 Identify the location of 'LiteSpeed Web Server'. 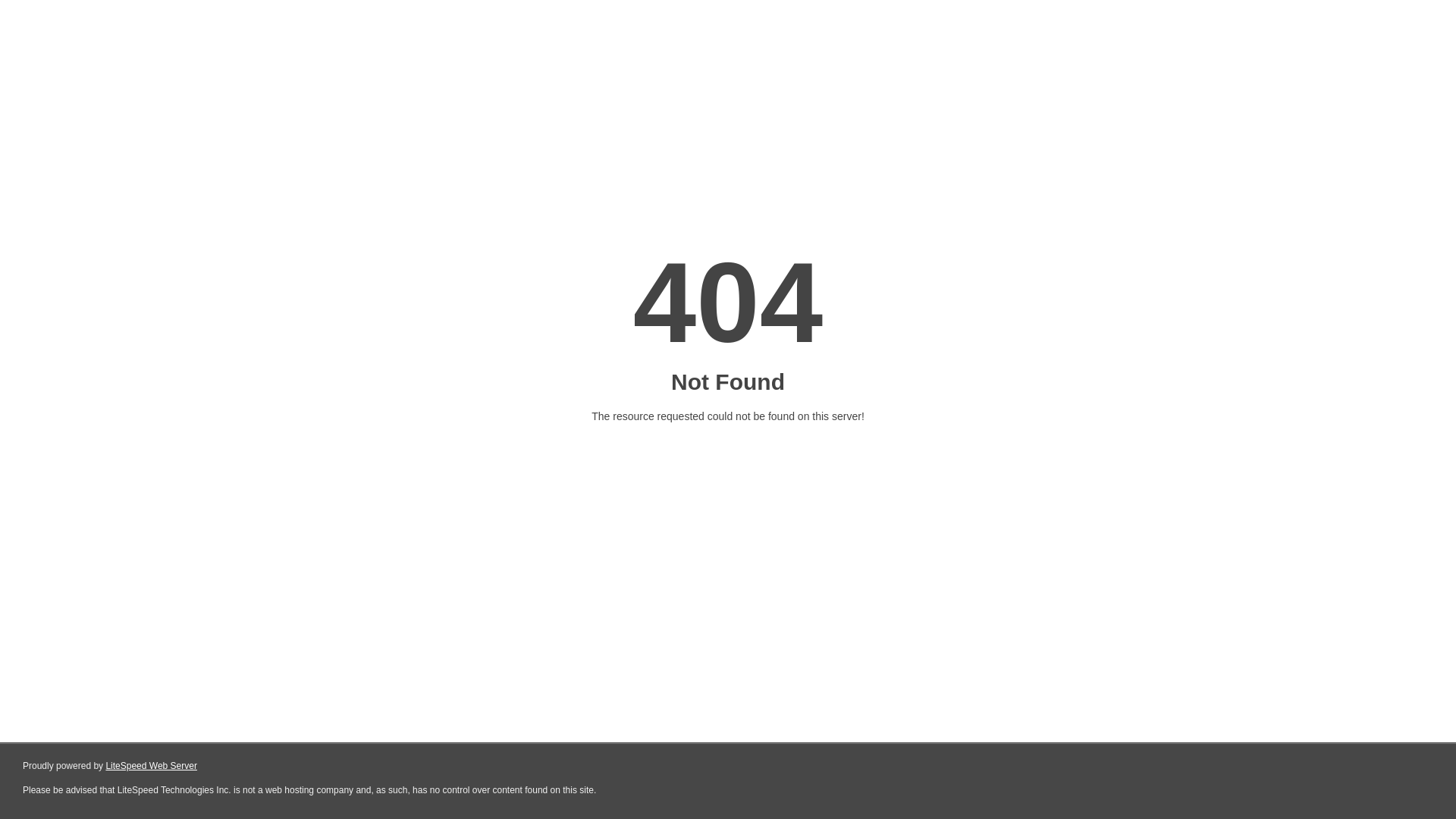
(151, 766).